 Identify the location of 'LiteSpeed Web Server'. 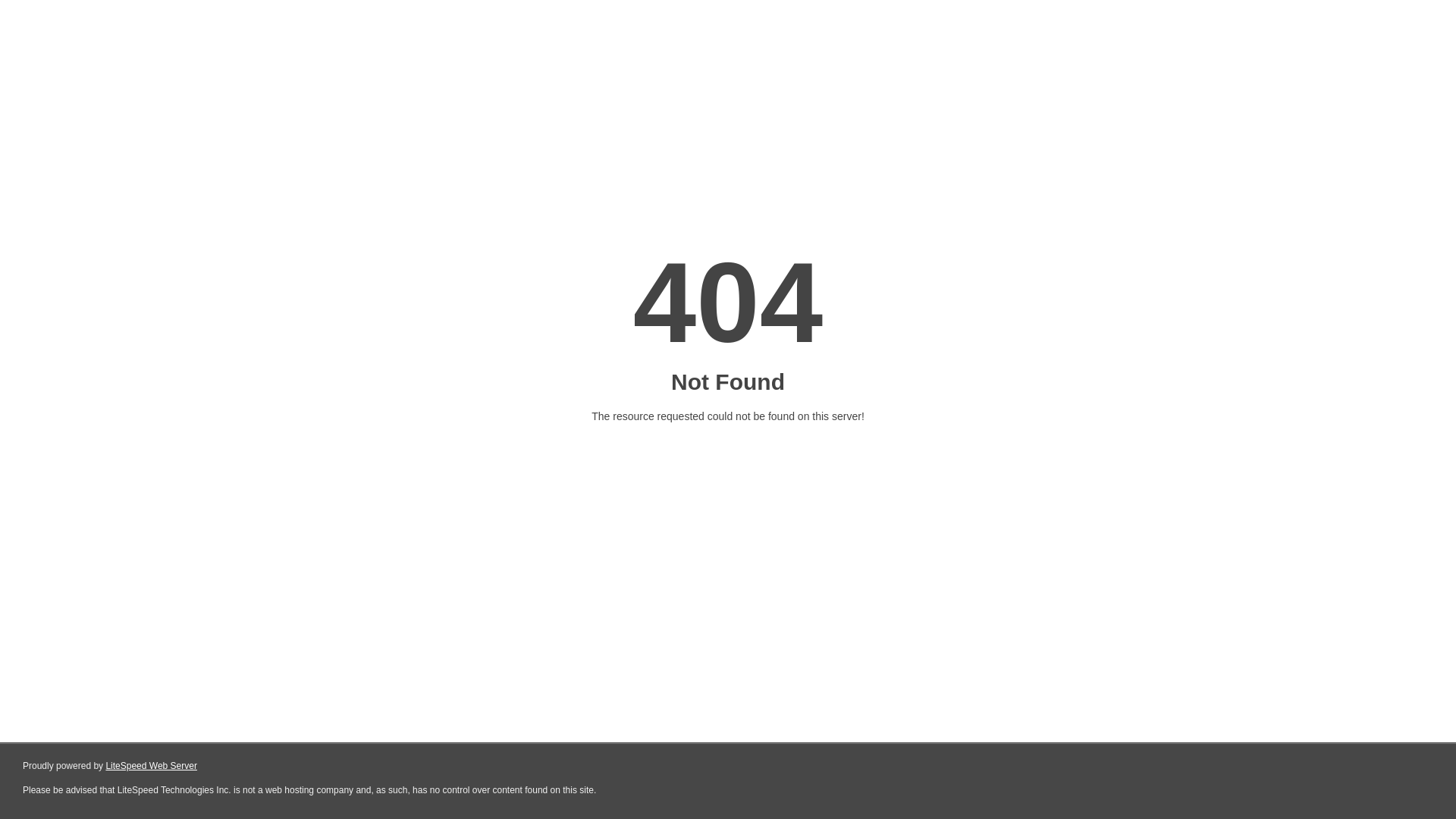
(151, 766).